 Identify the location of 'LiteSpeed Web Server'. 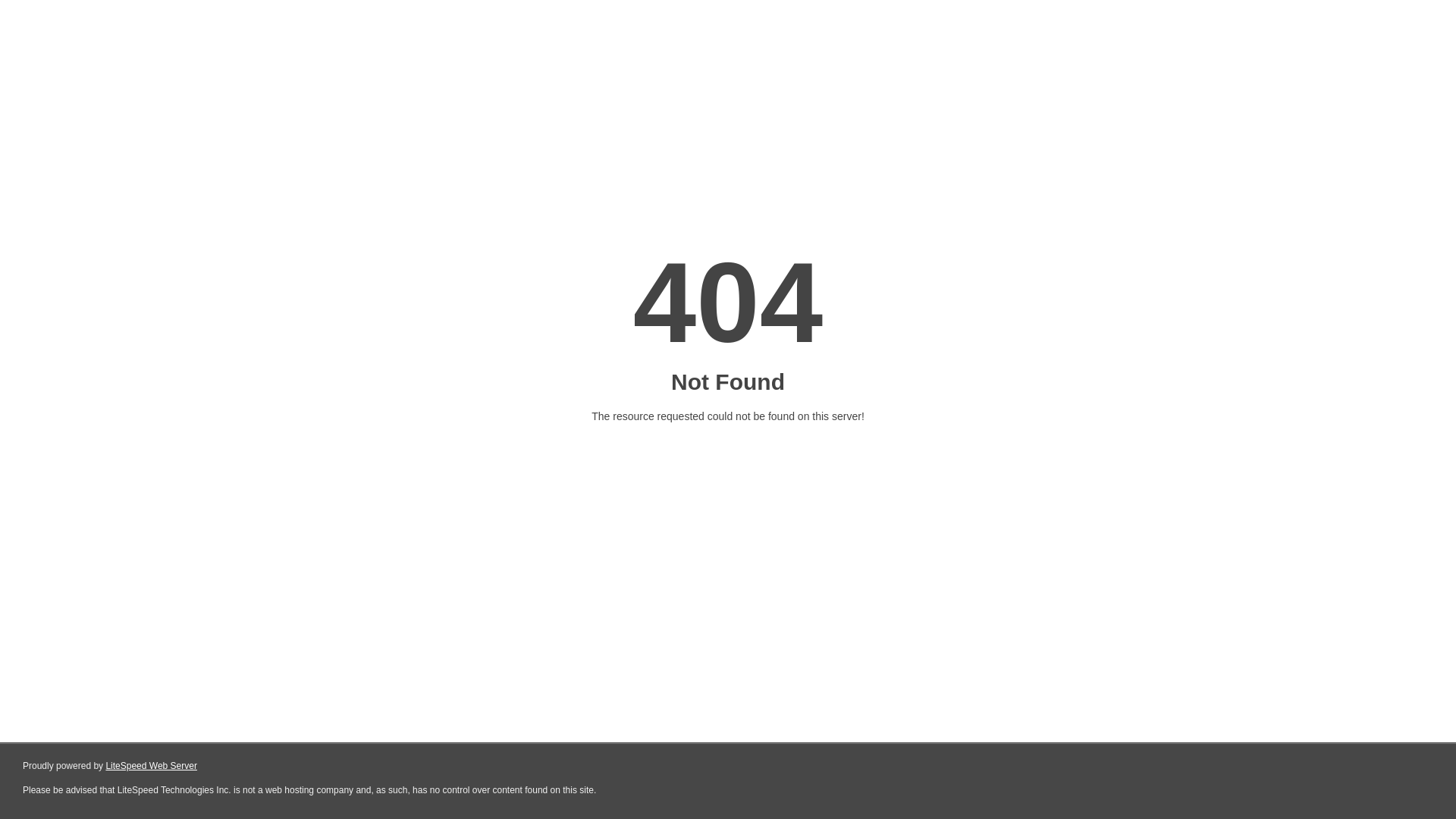
(151, 766).